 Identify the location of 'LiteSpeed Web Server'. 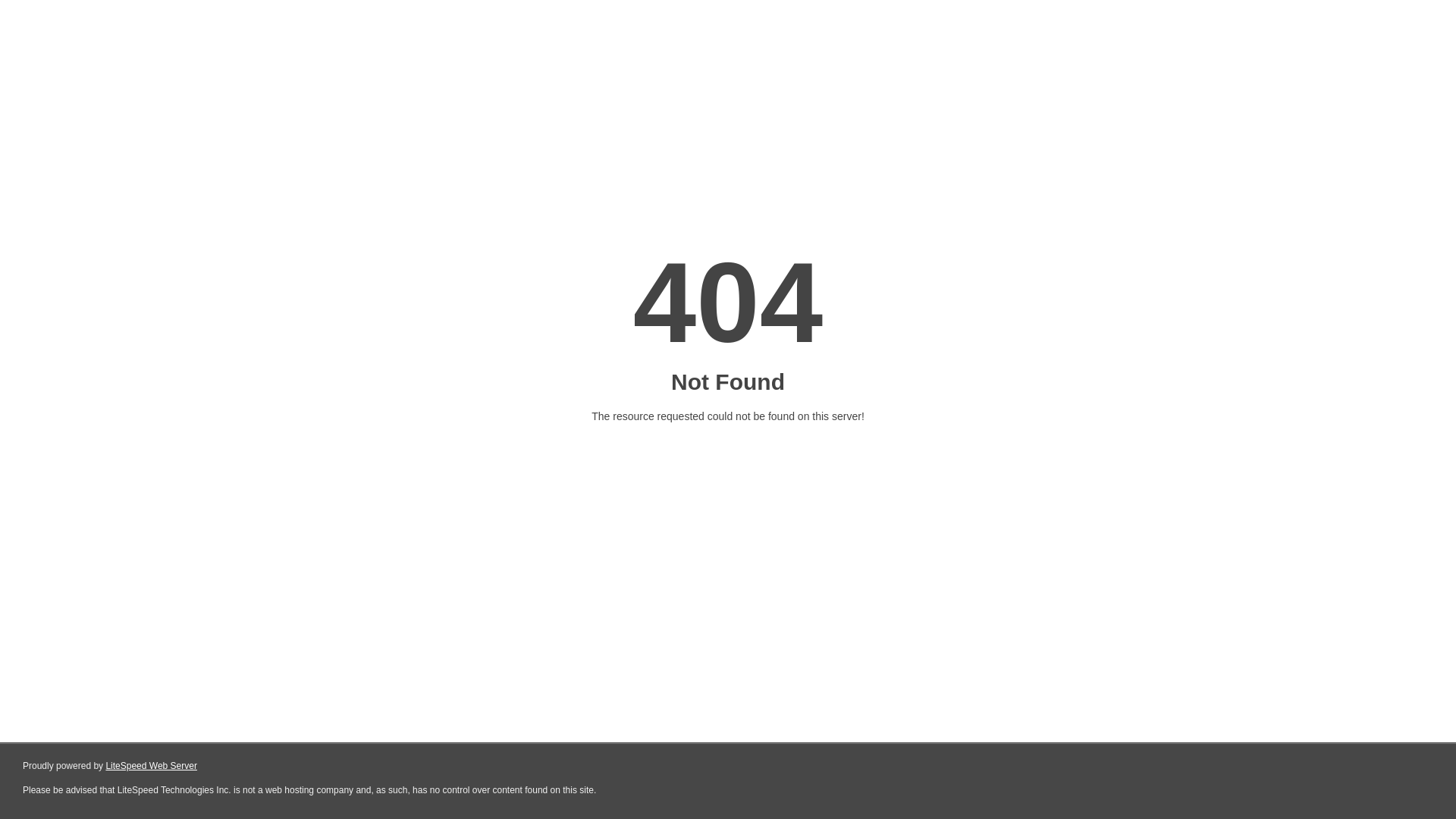
(151, 766).